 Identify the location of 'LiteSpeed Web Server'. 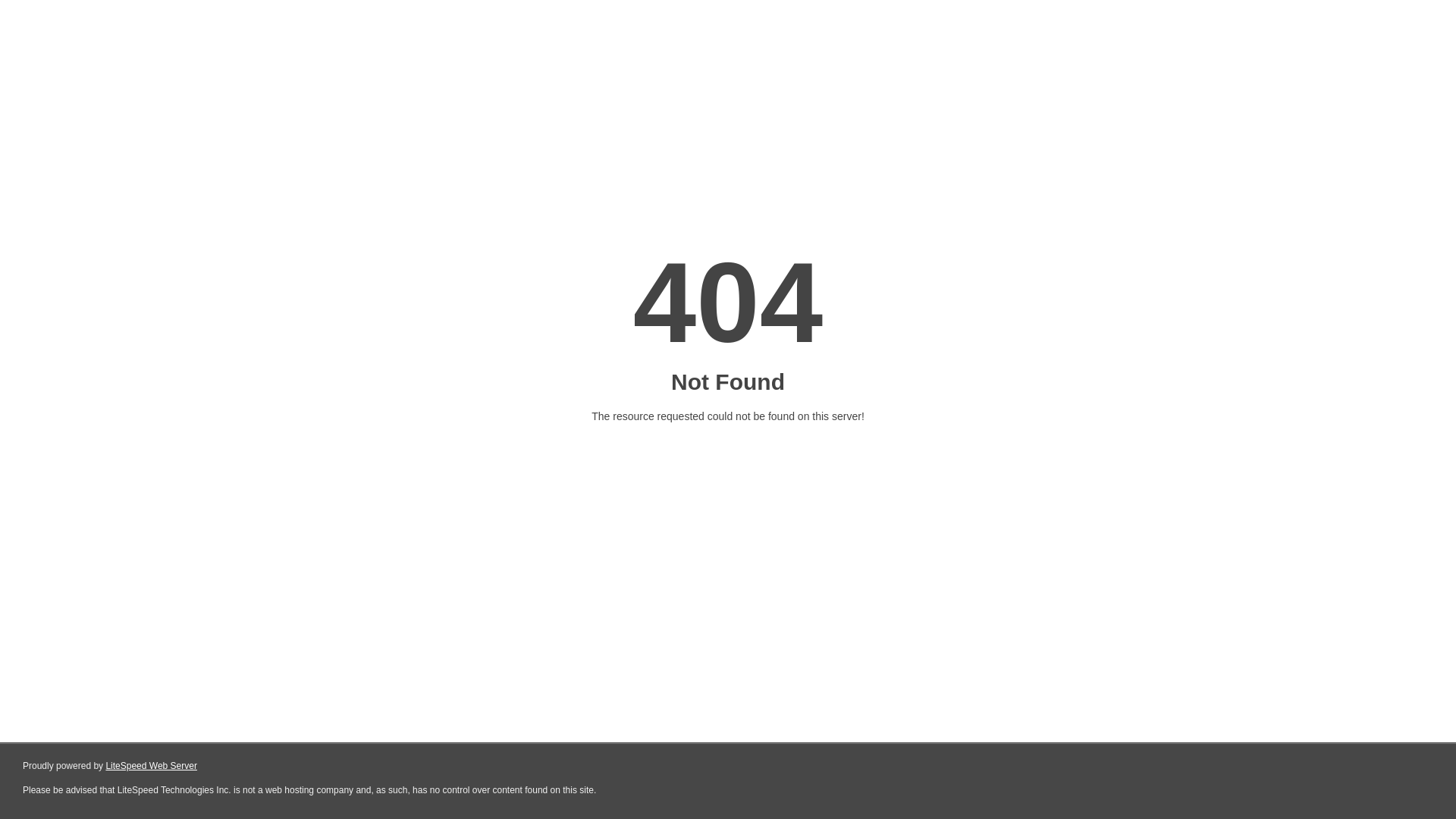
(151, 766).